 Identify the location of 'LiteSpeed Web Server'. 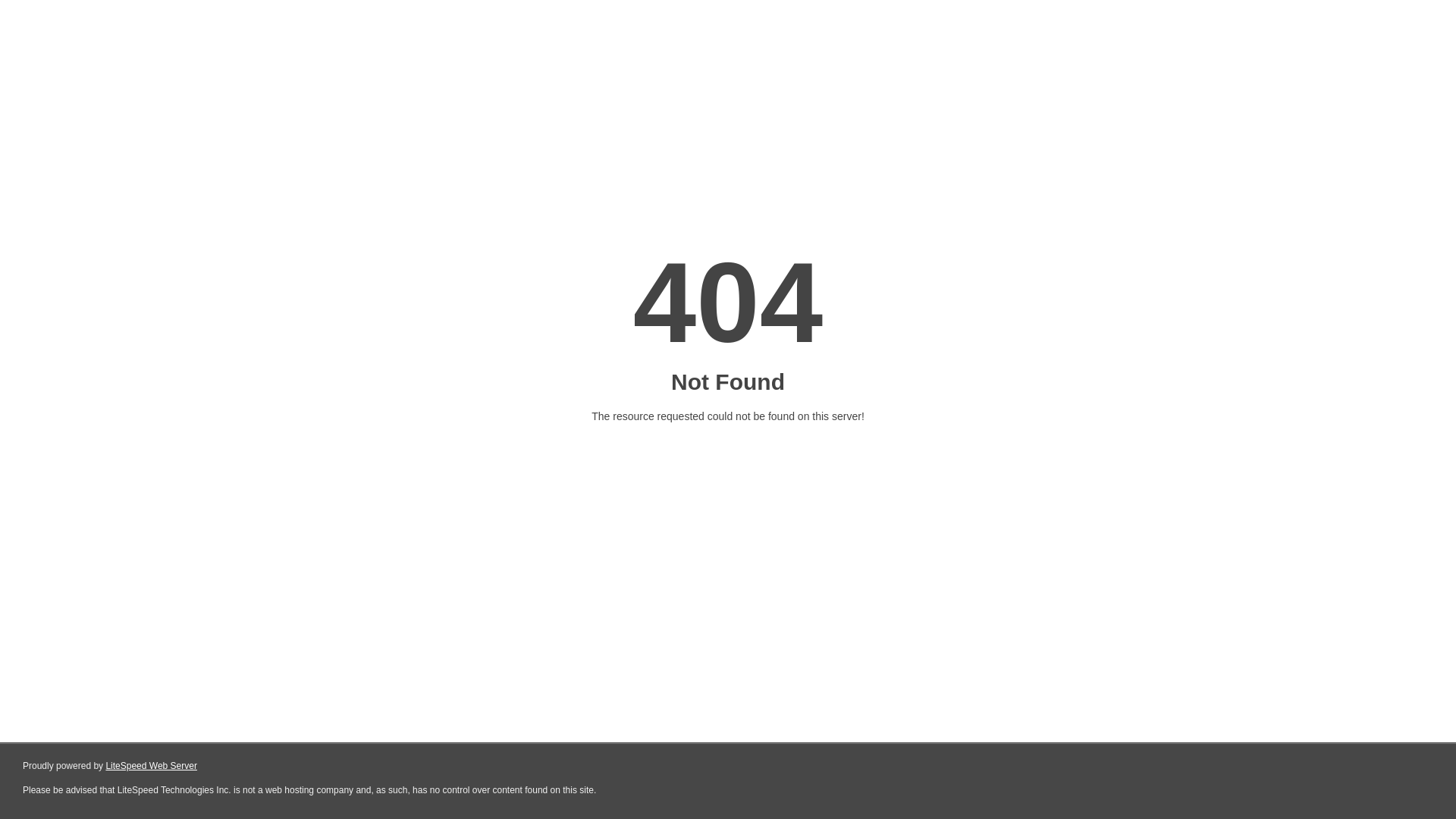
(151, 766).